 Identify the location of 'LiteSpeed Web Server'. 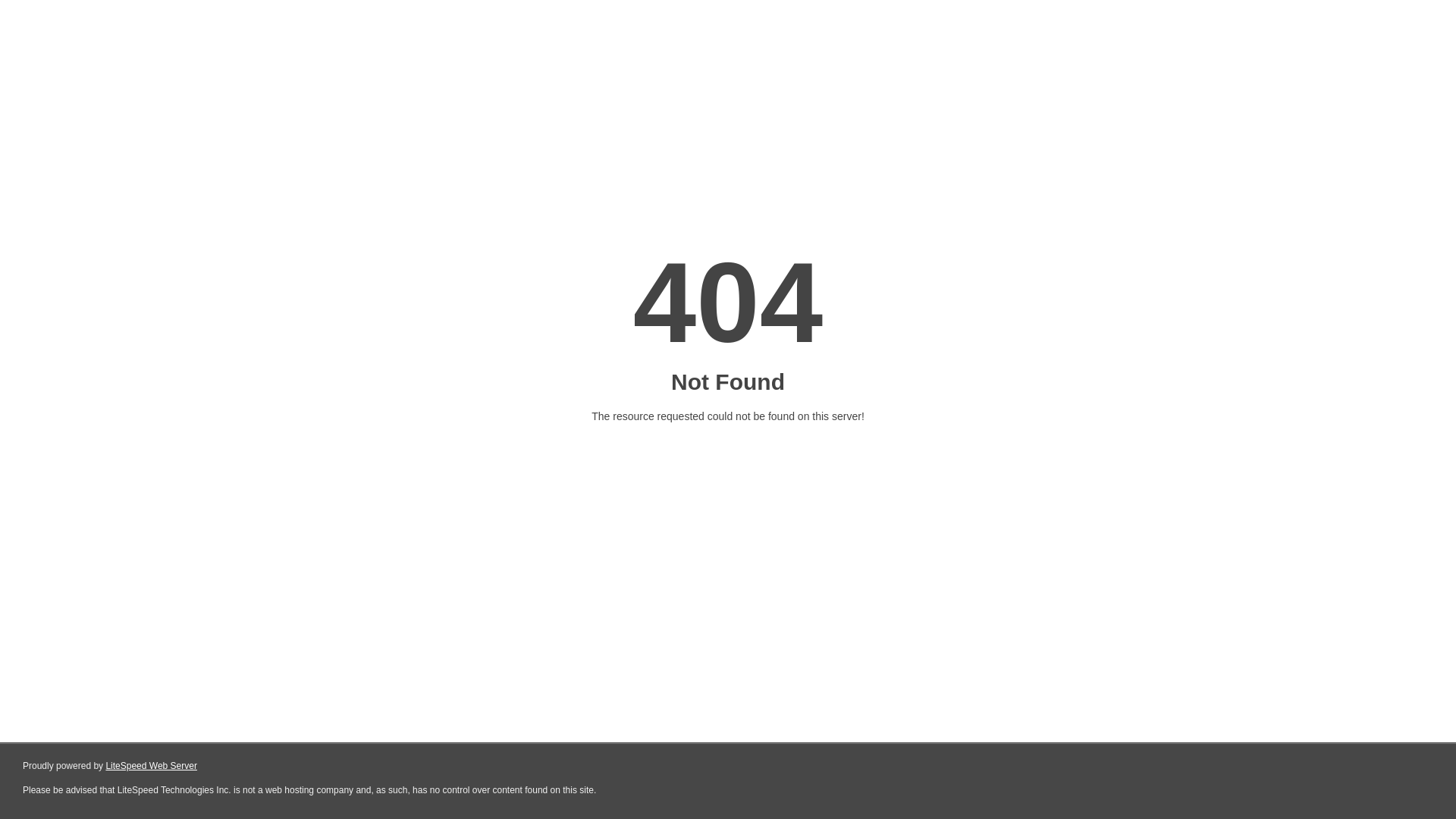
(151, 766).